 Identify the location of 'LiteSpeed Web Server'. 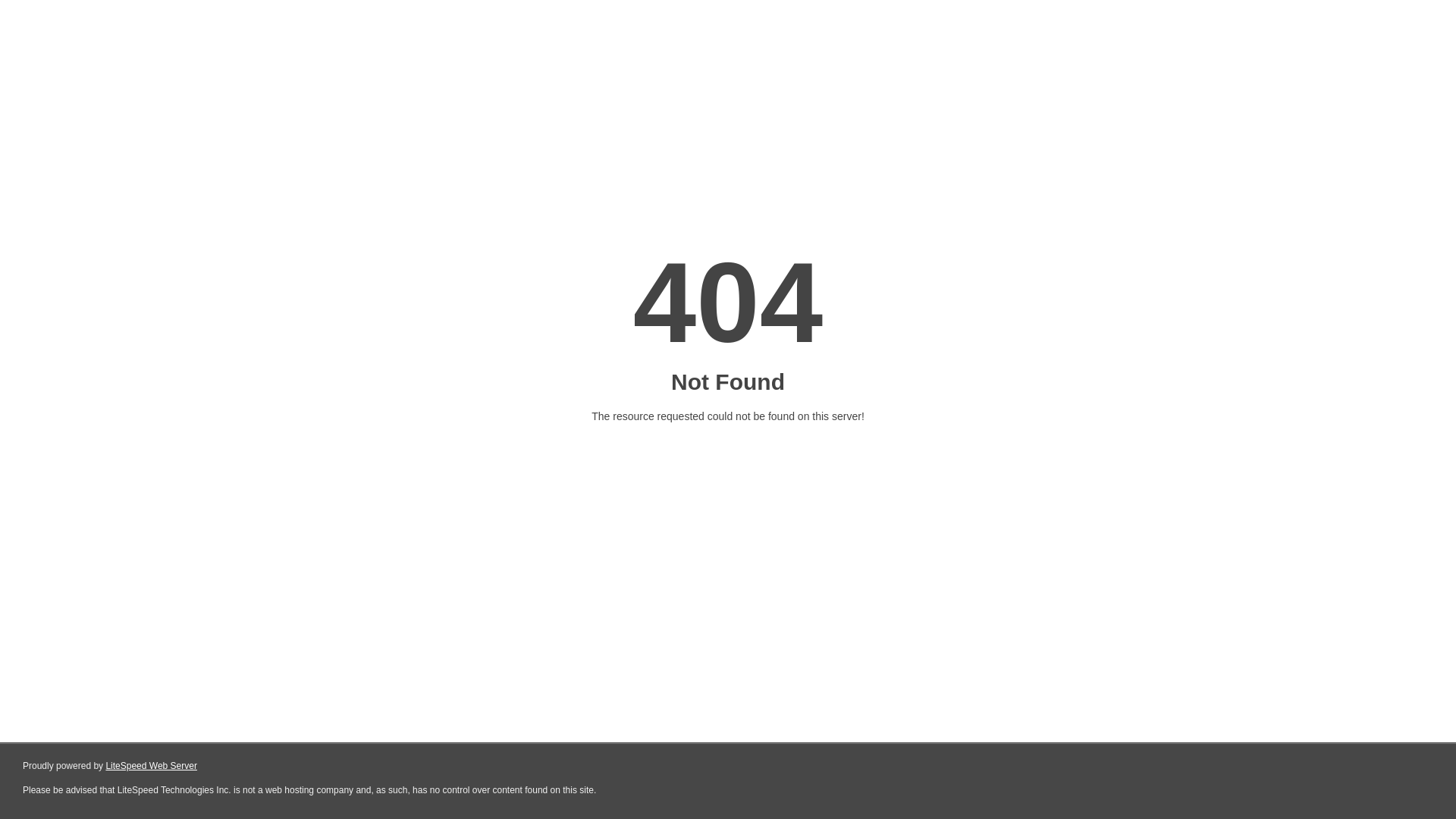
(151, 766).